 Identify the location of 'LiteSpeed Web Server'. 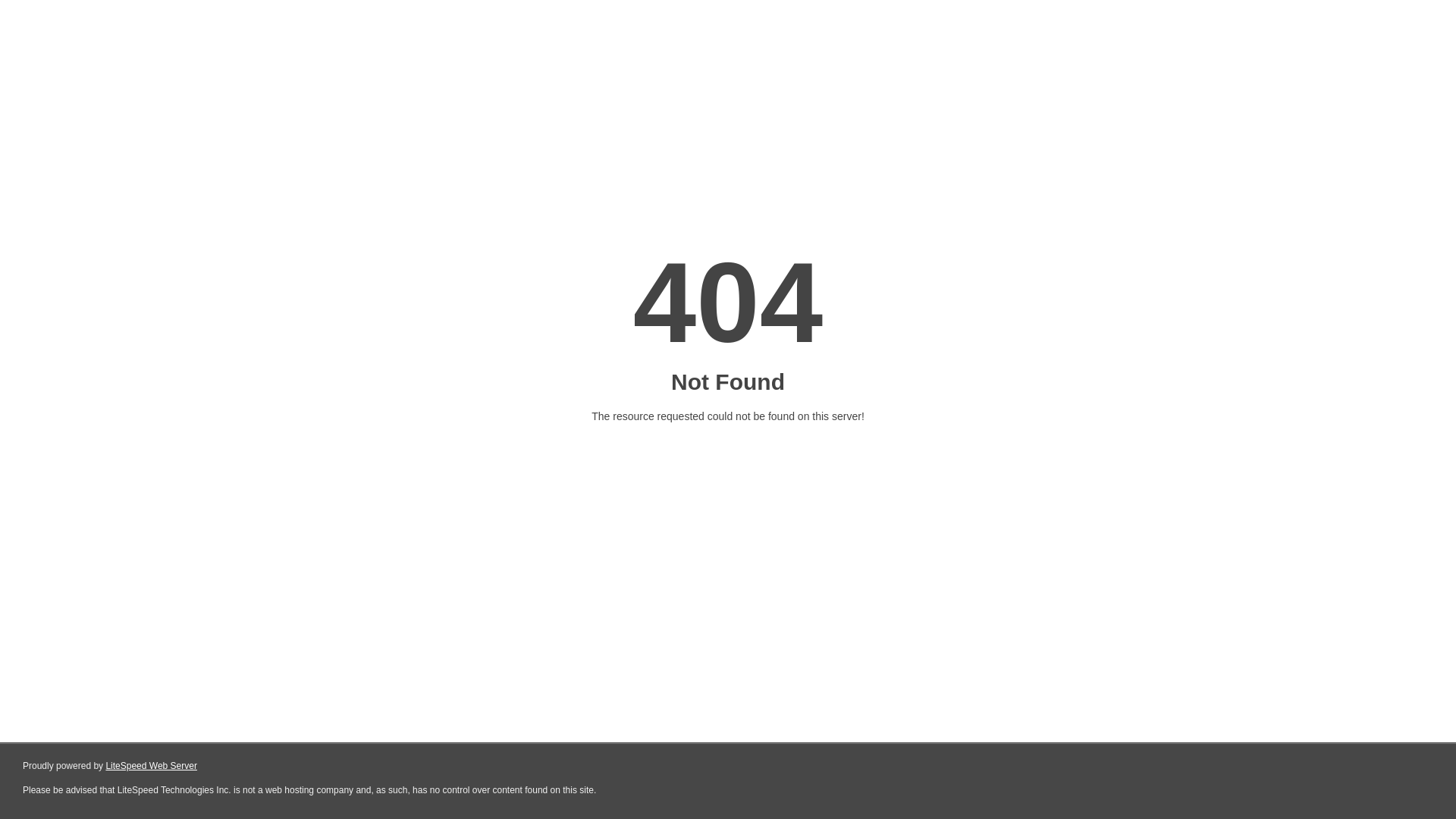
(151, 766).